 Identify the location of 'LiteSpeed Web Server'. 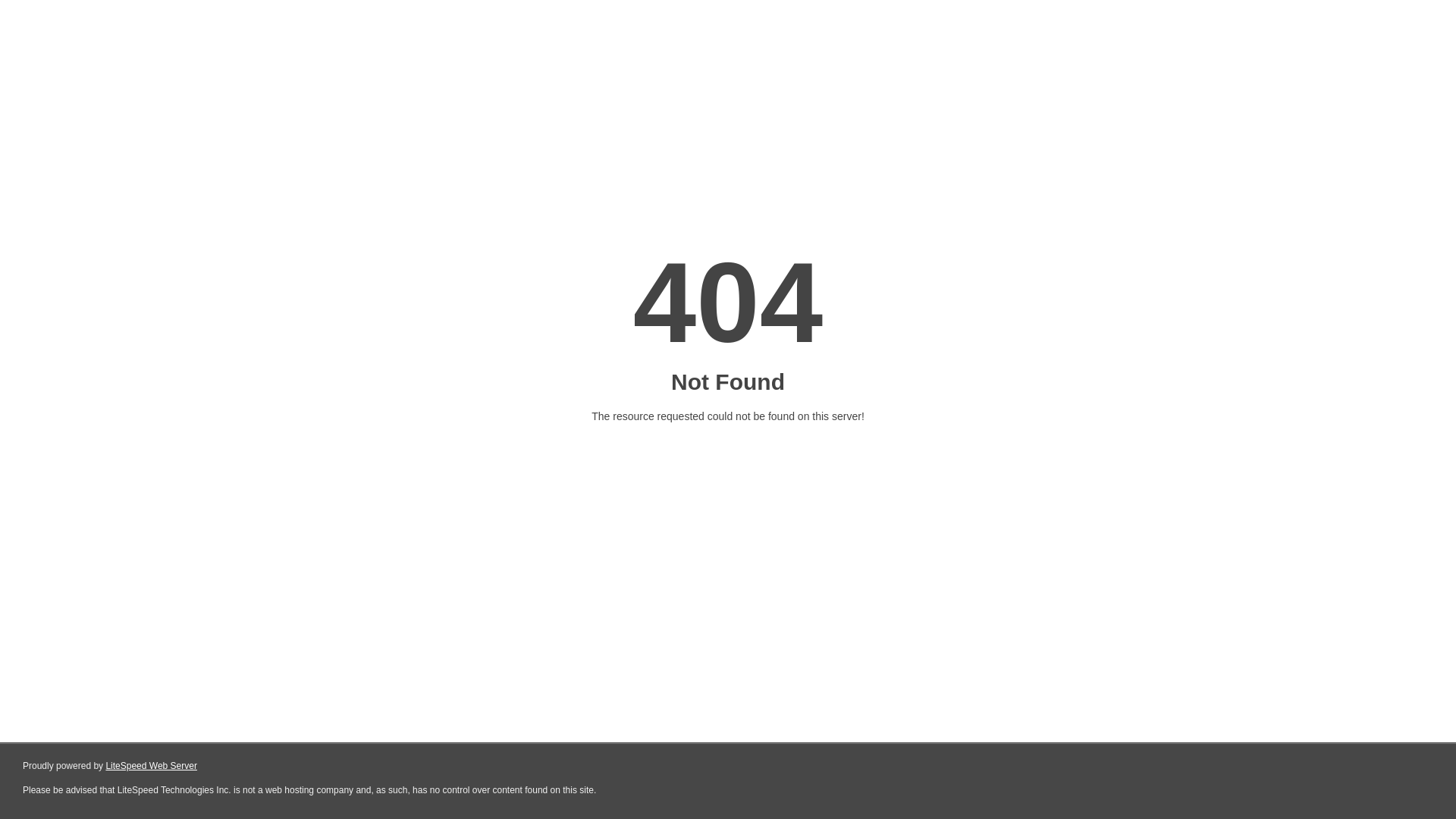
(151, 766).